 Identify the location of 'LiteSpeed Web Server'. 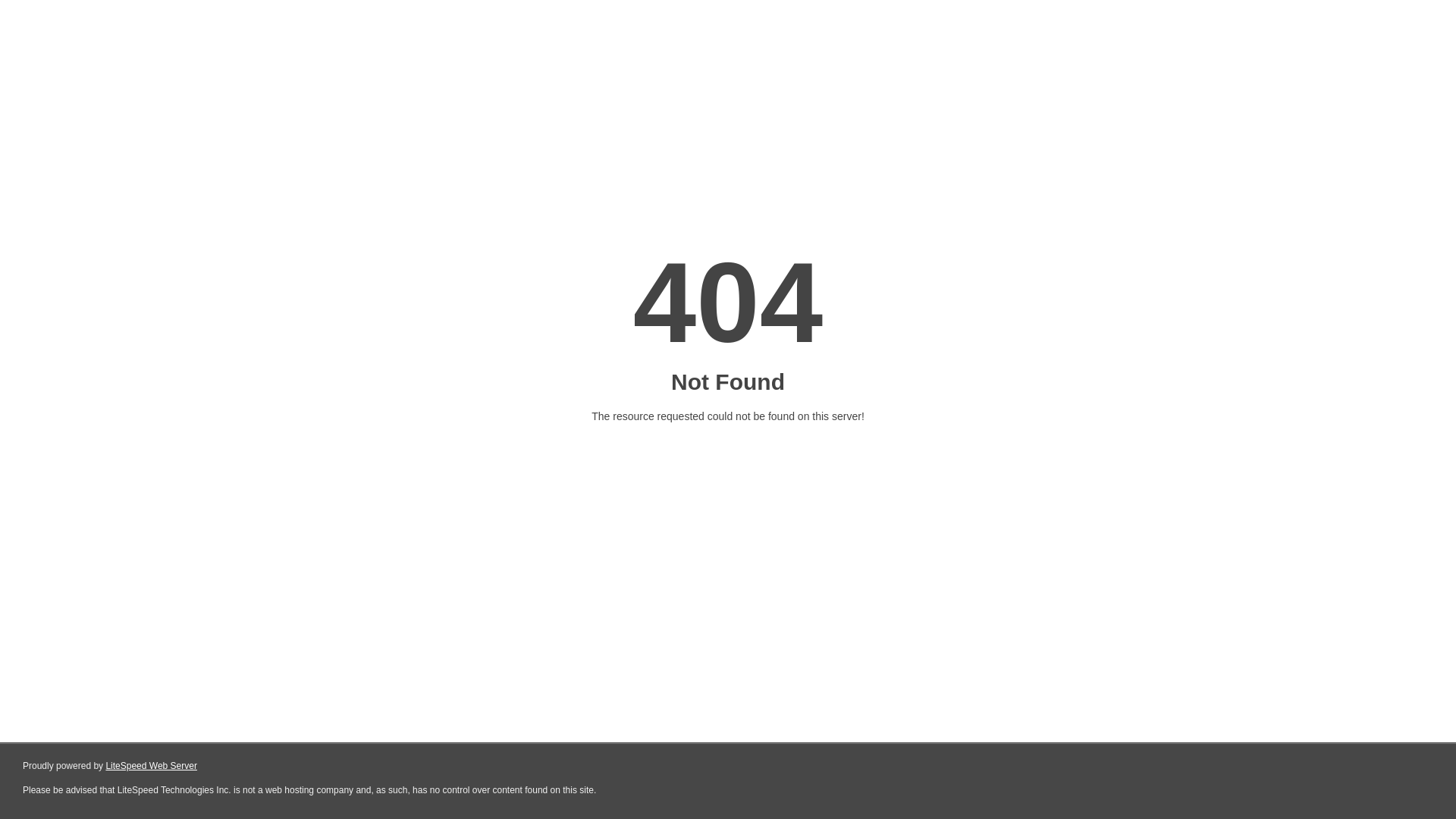
(151, 766).